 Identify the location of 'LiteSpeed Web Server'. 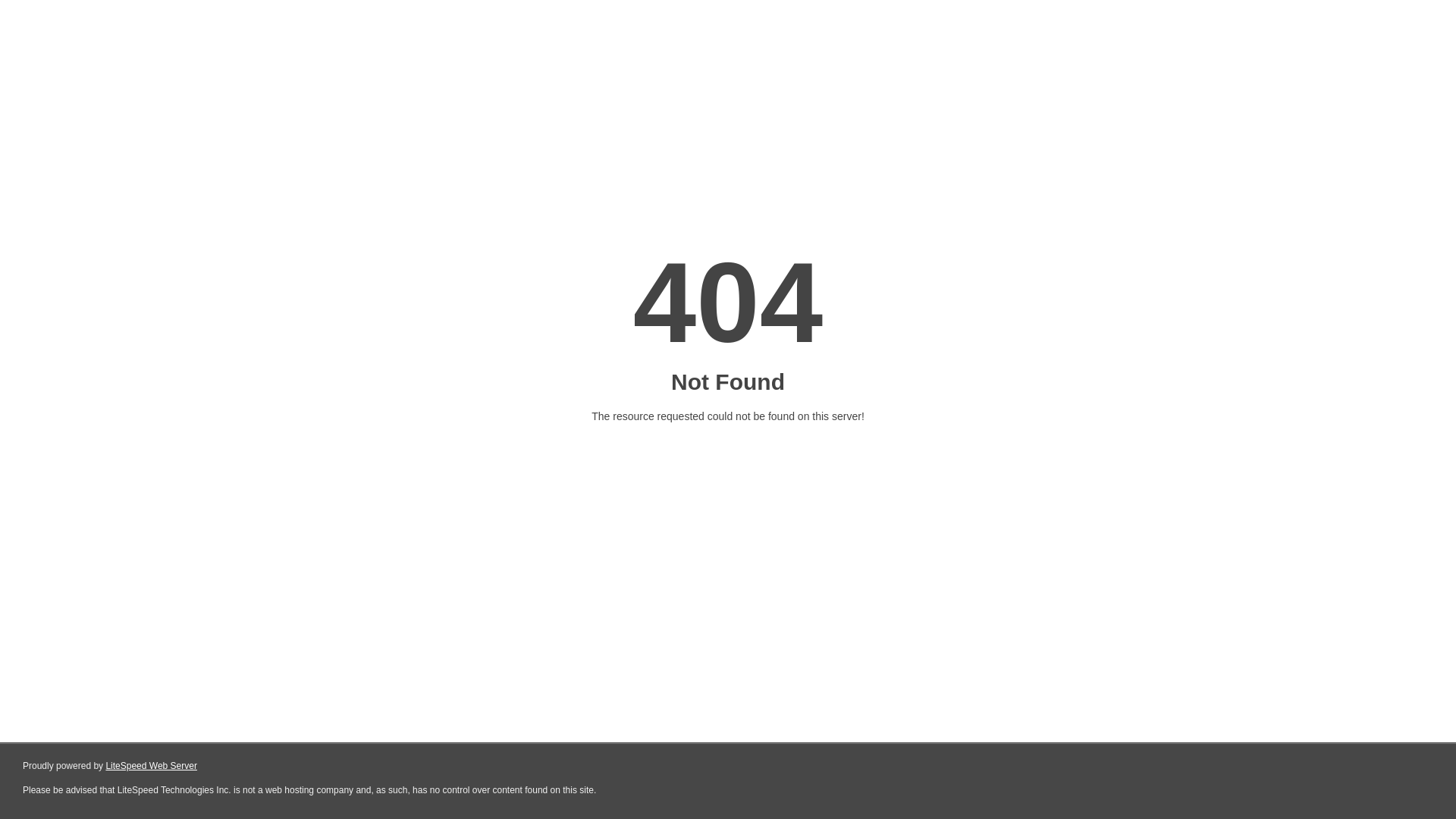
(151, 766).